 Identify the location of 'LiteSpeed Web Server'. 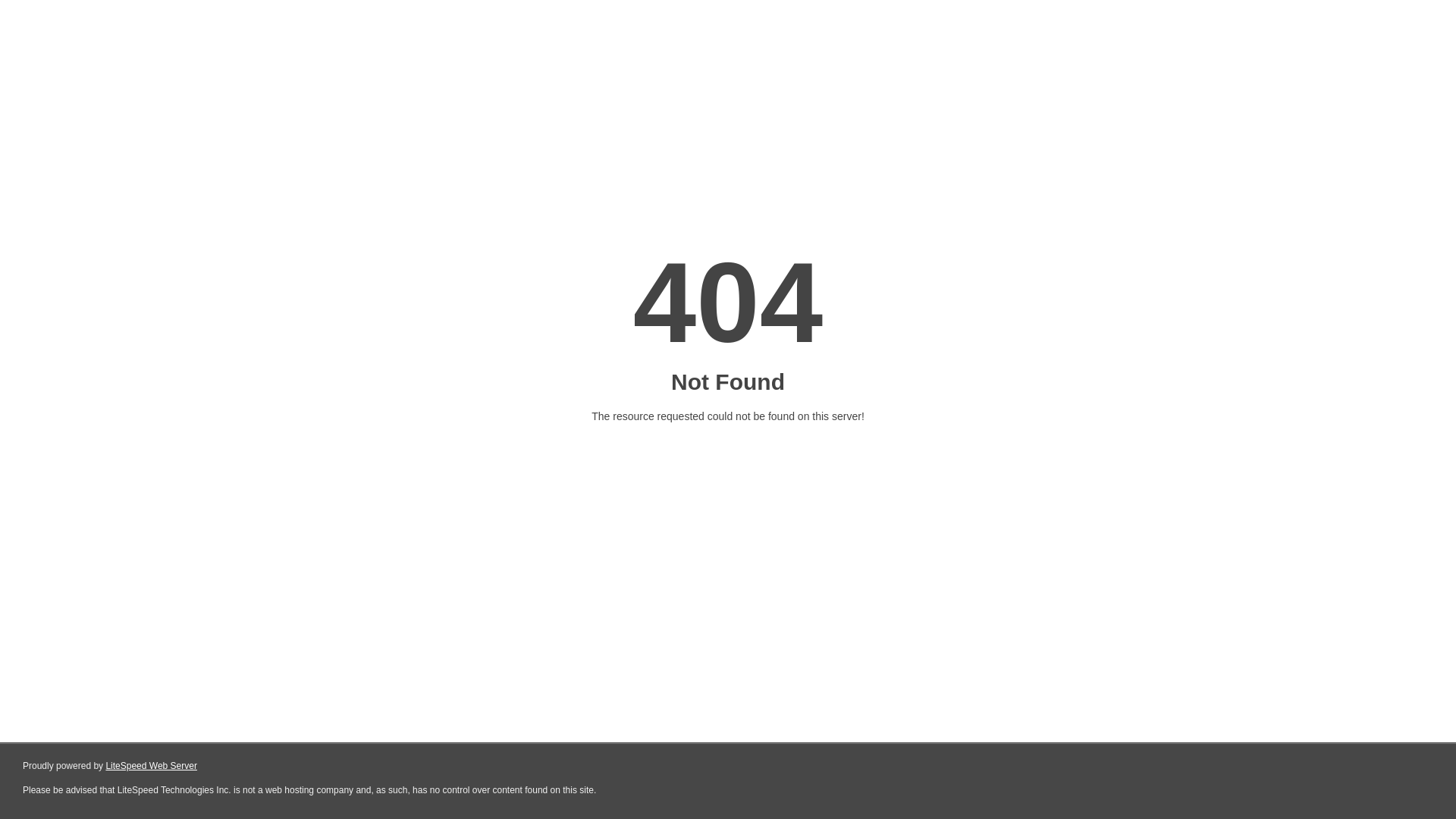
(151, 766).